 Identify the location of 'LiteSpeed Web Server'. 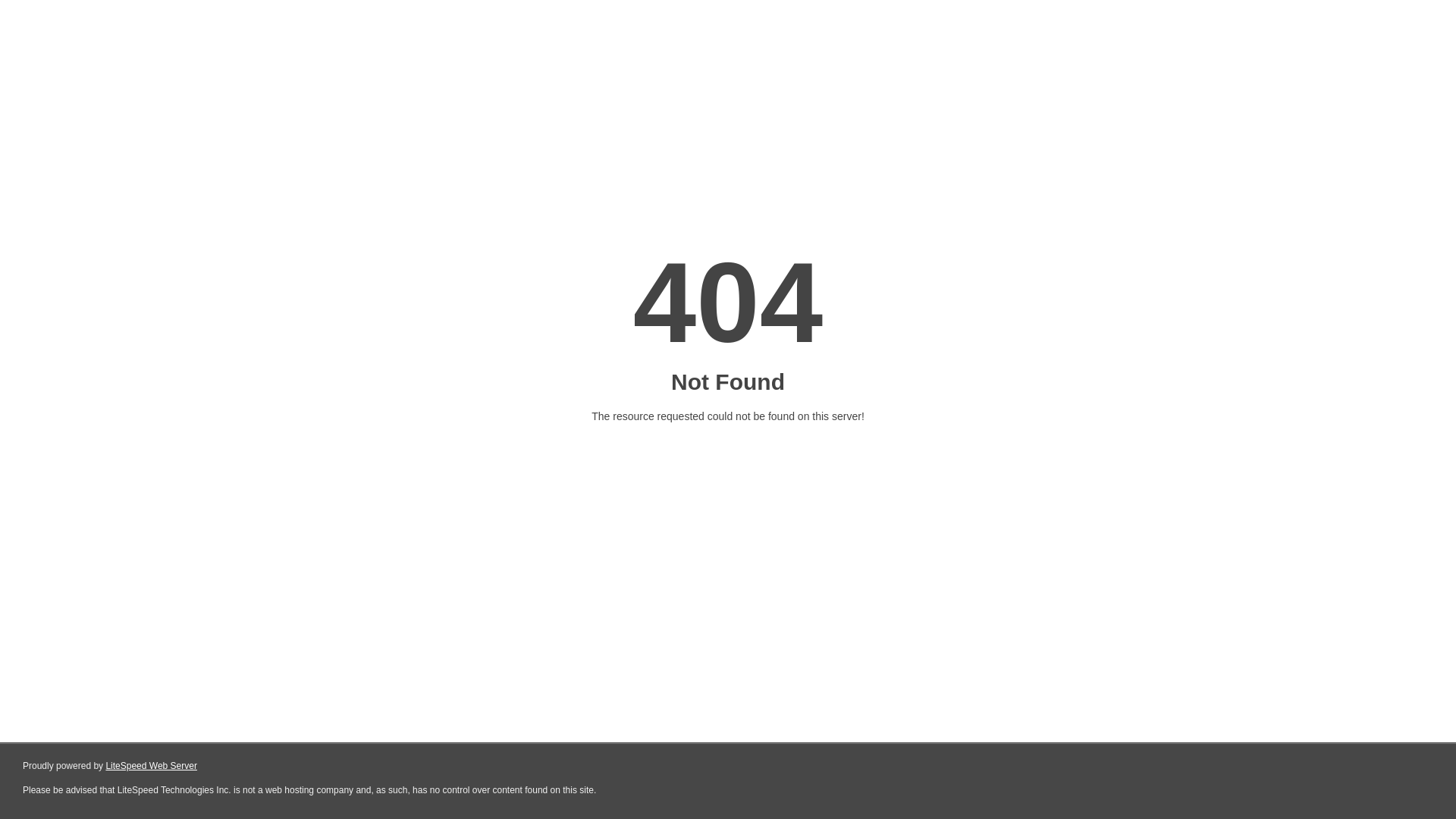
(151, 766).